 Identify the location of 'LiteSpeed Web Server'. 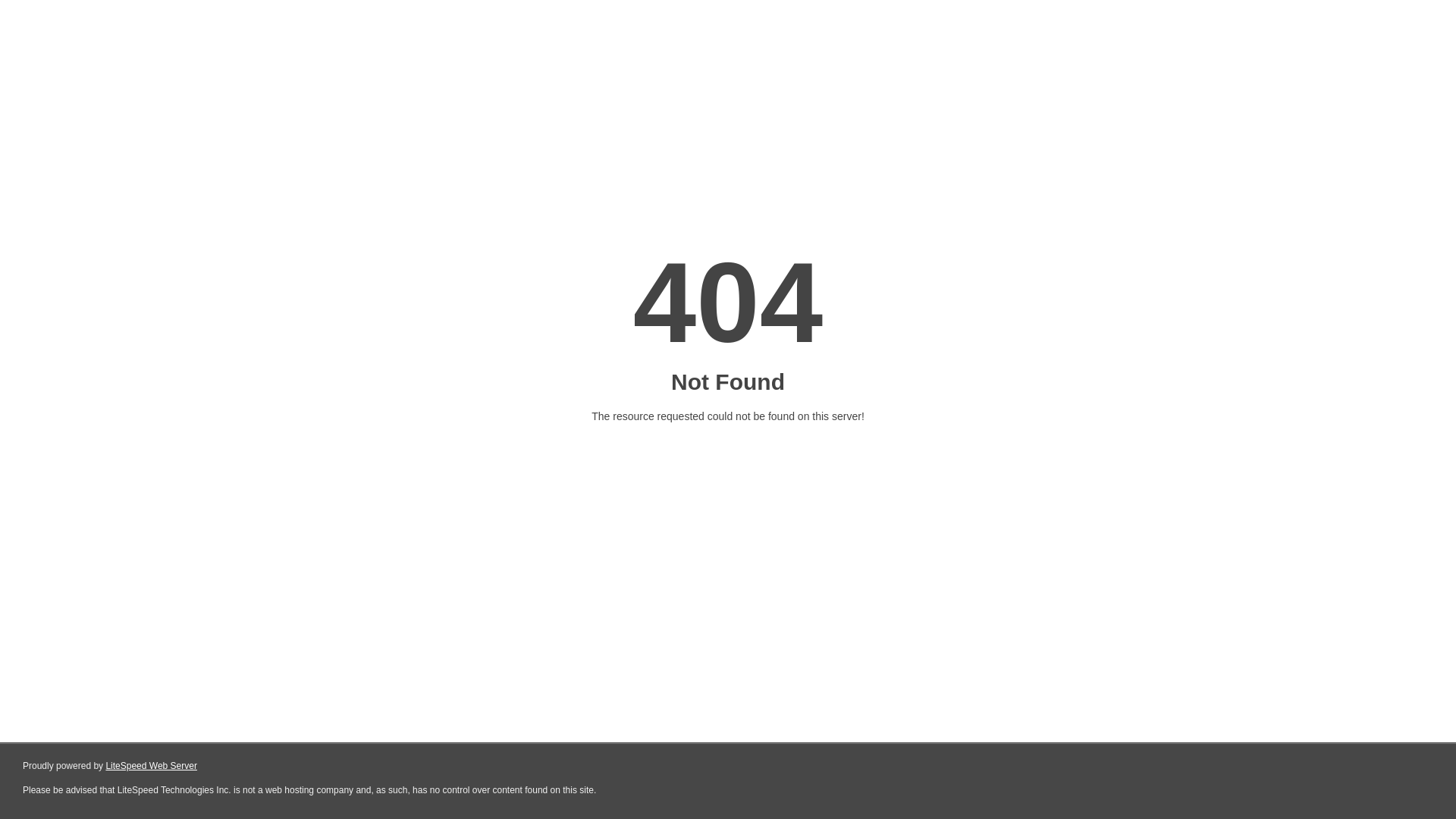
(151, 766).